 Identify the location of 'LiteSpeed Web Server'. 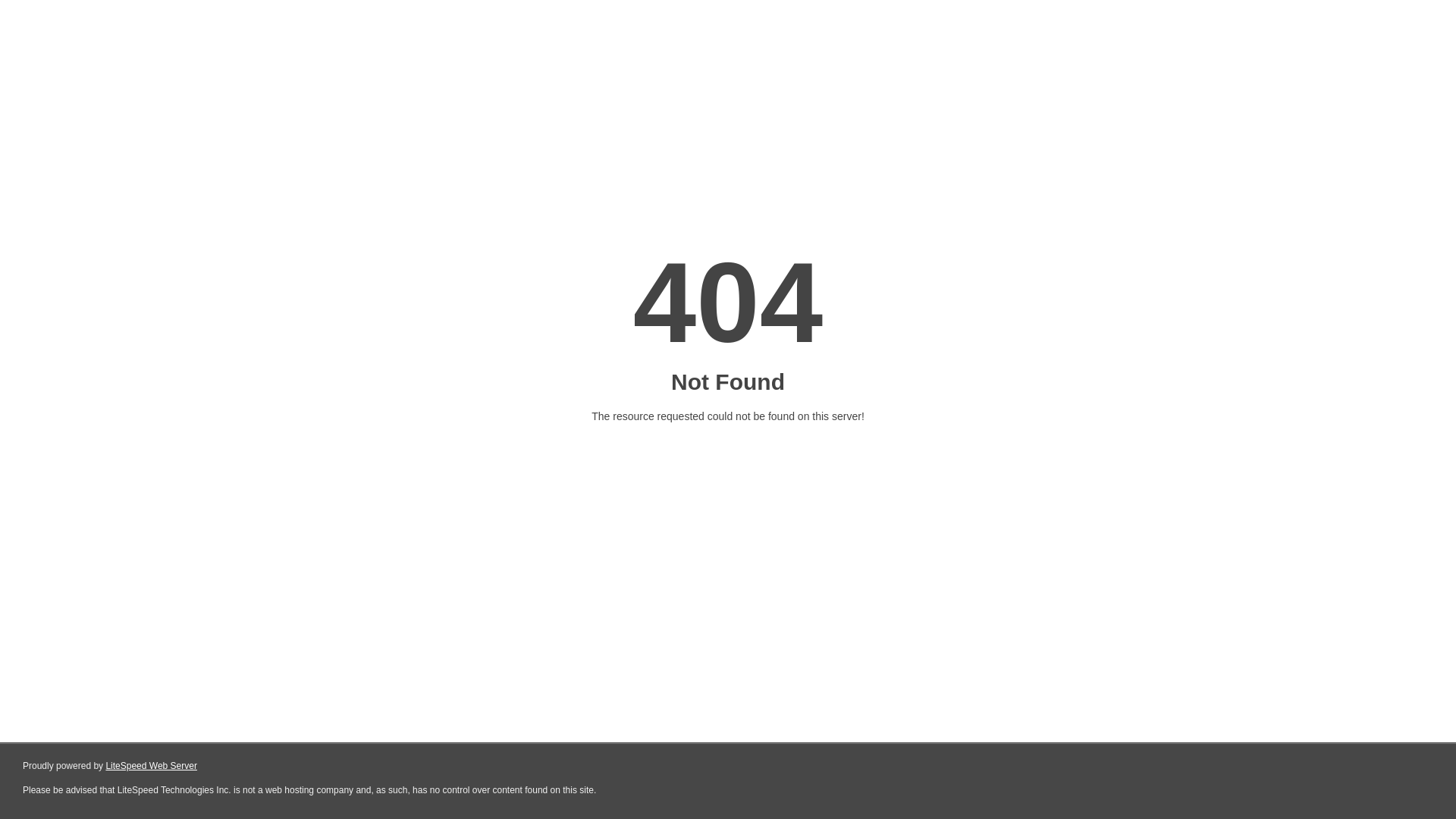
(151, 766).